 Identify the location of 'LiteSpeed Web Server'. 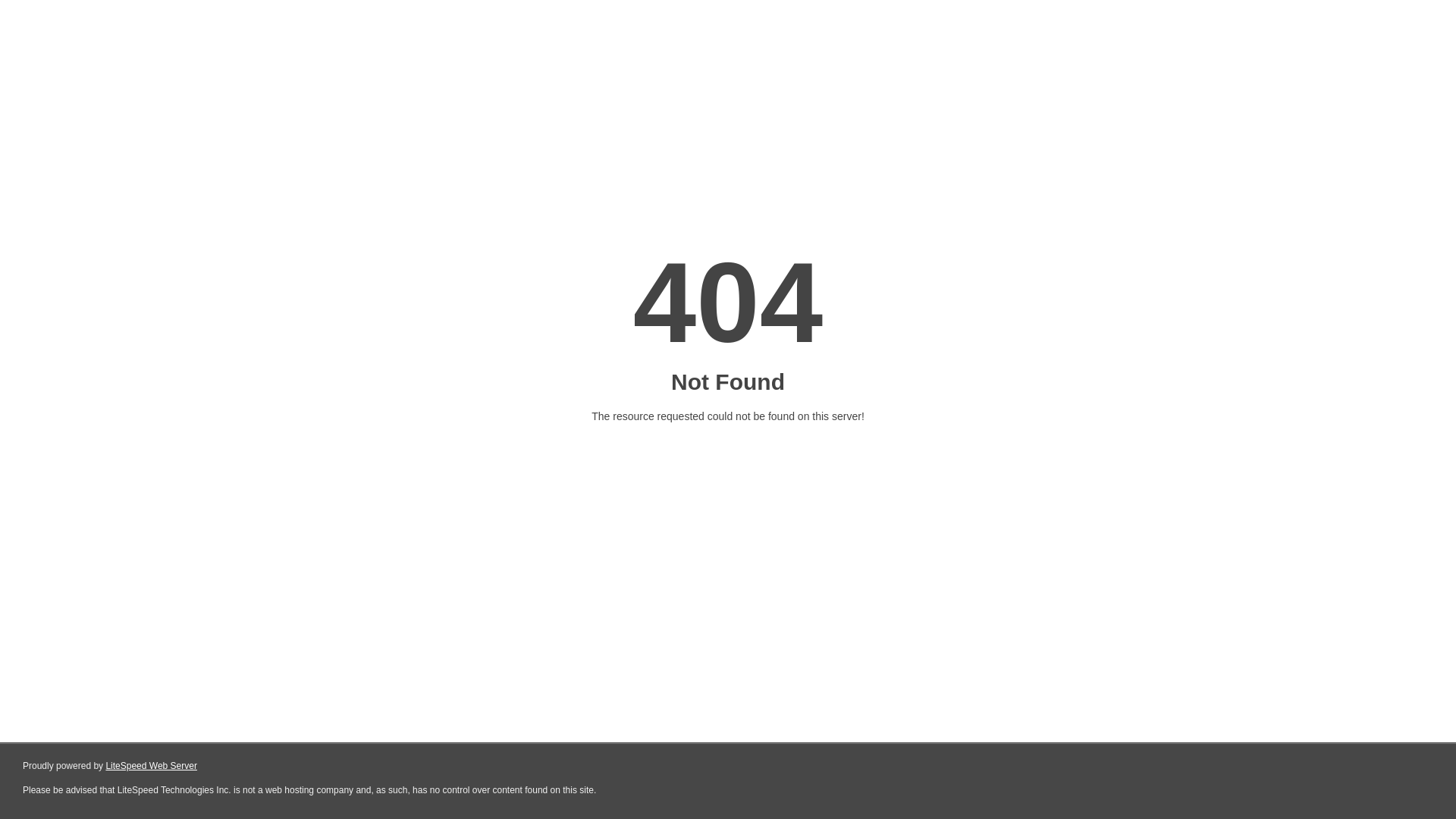
(151, 766).